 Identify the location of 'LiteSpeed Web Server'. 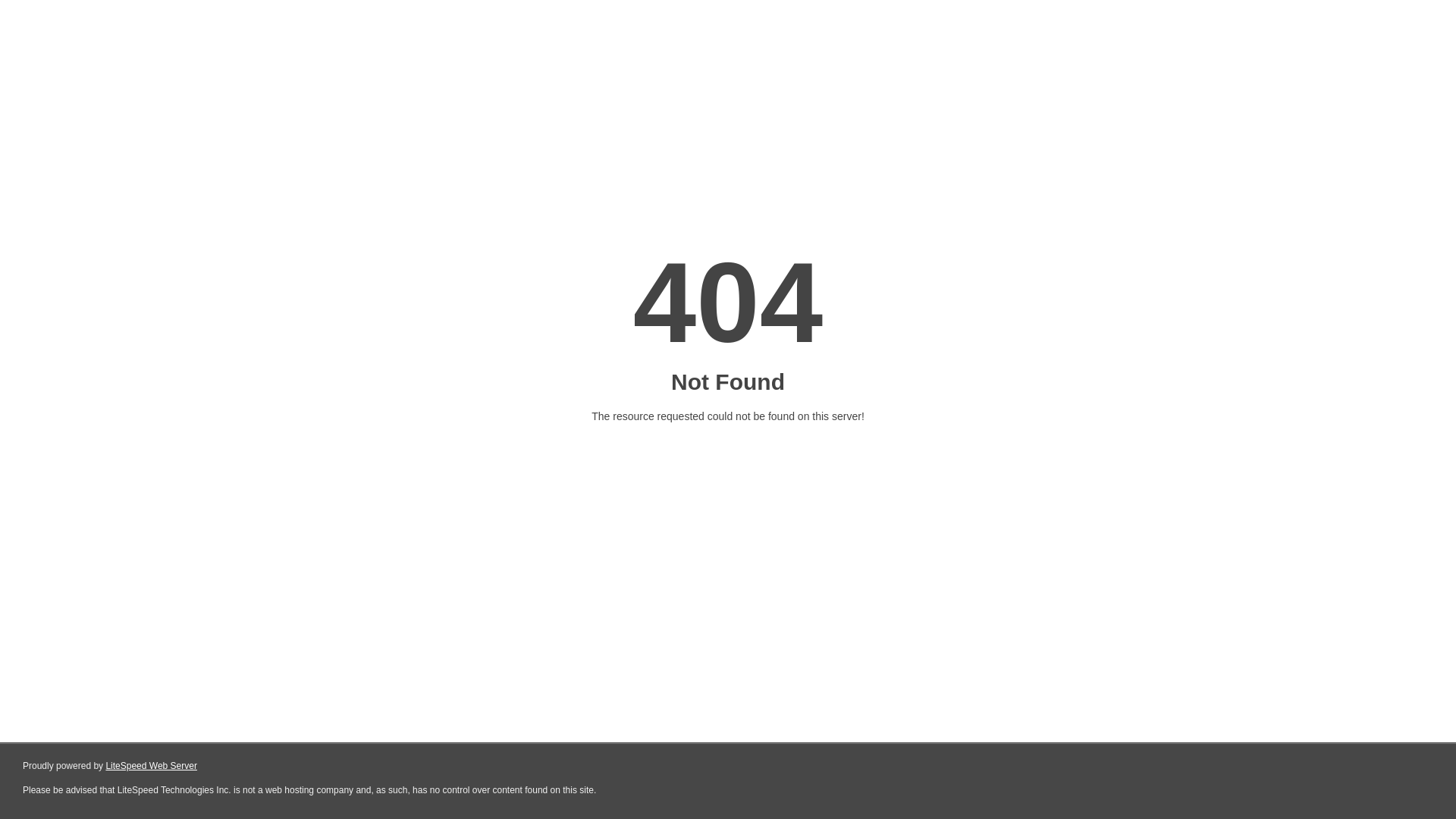
(151, 766).